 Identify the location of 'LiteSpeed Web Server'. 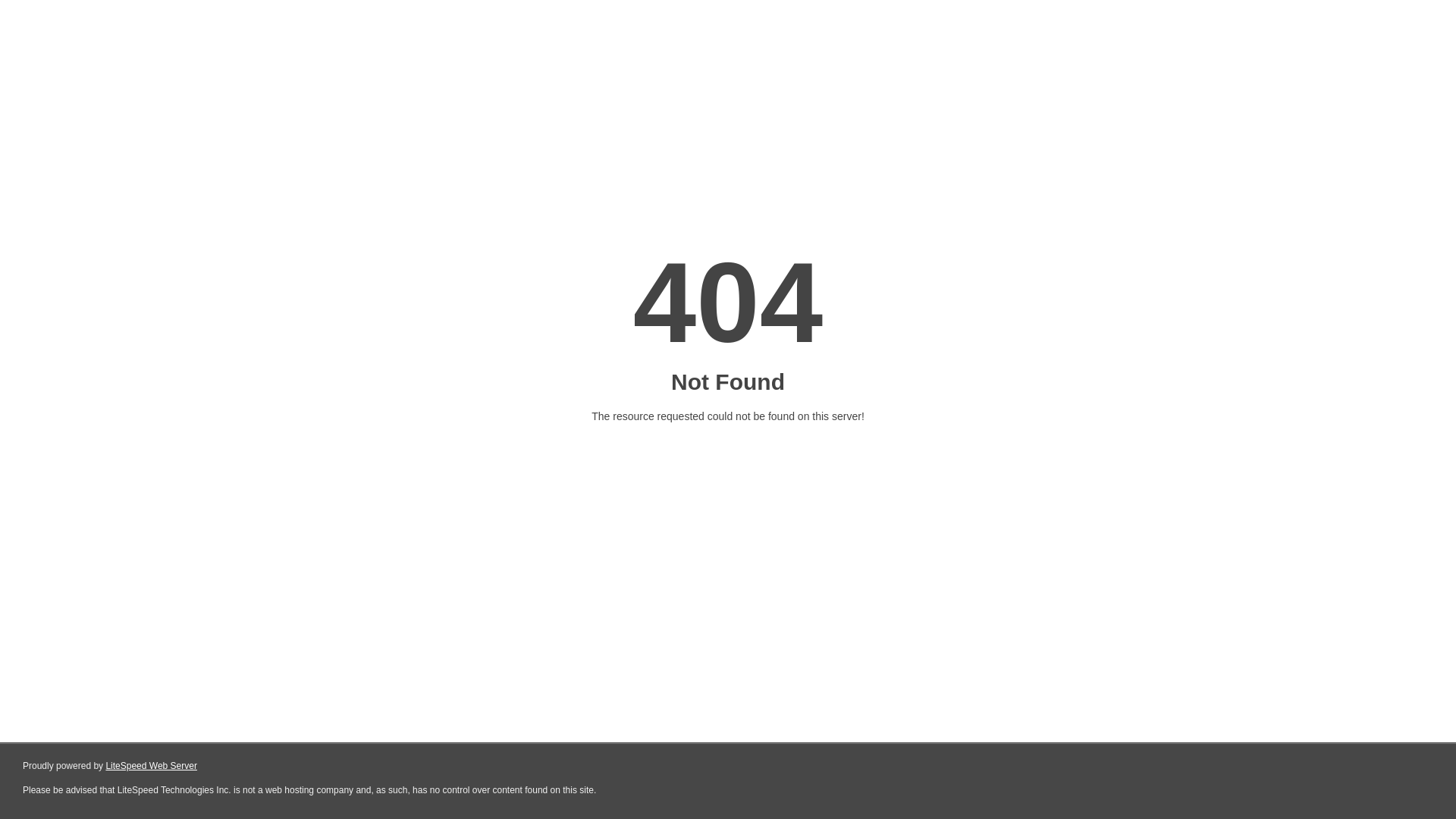
(151, 766).